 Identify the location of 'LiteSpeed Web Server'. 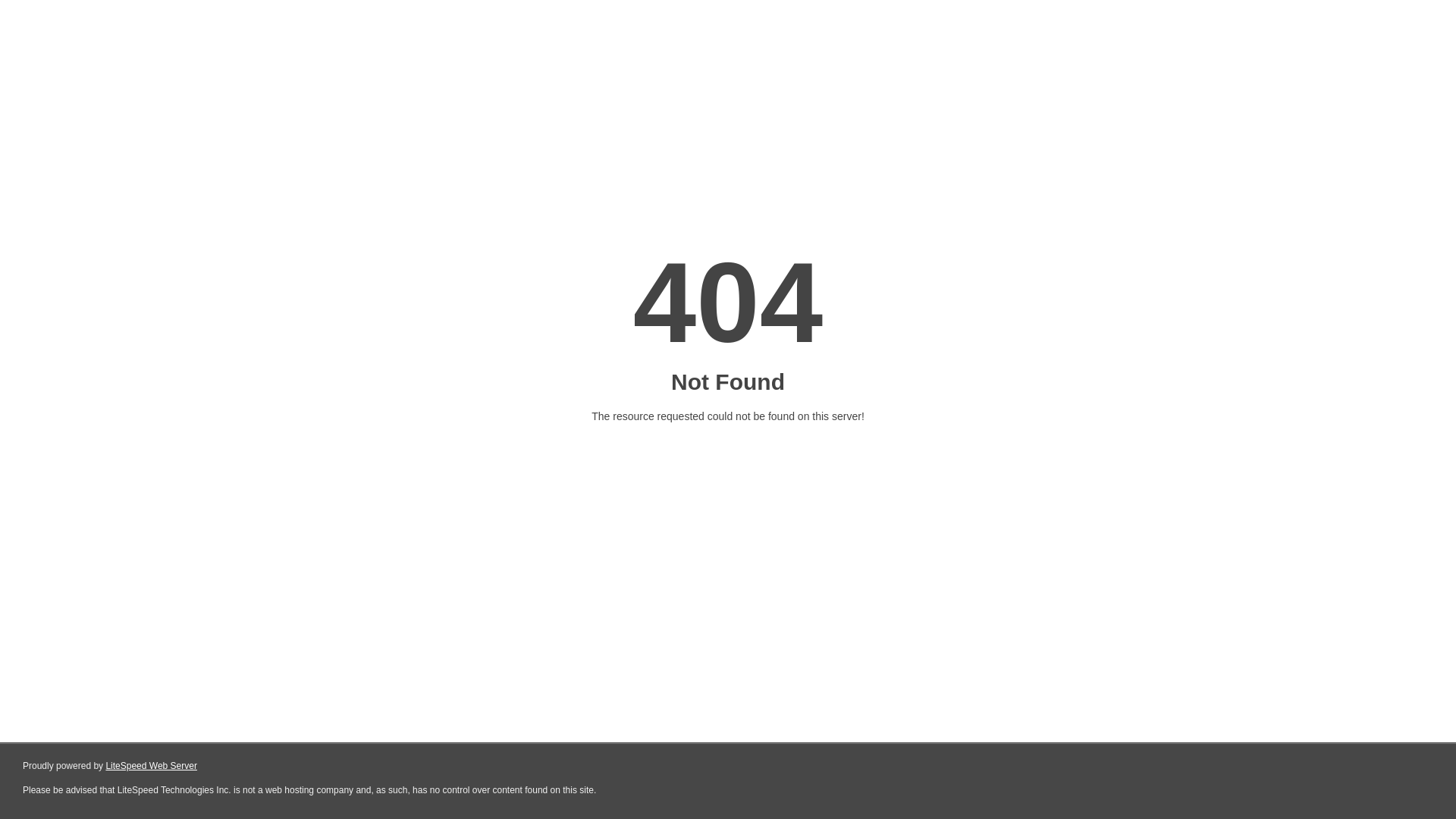
(151, 766).